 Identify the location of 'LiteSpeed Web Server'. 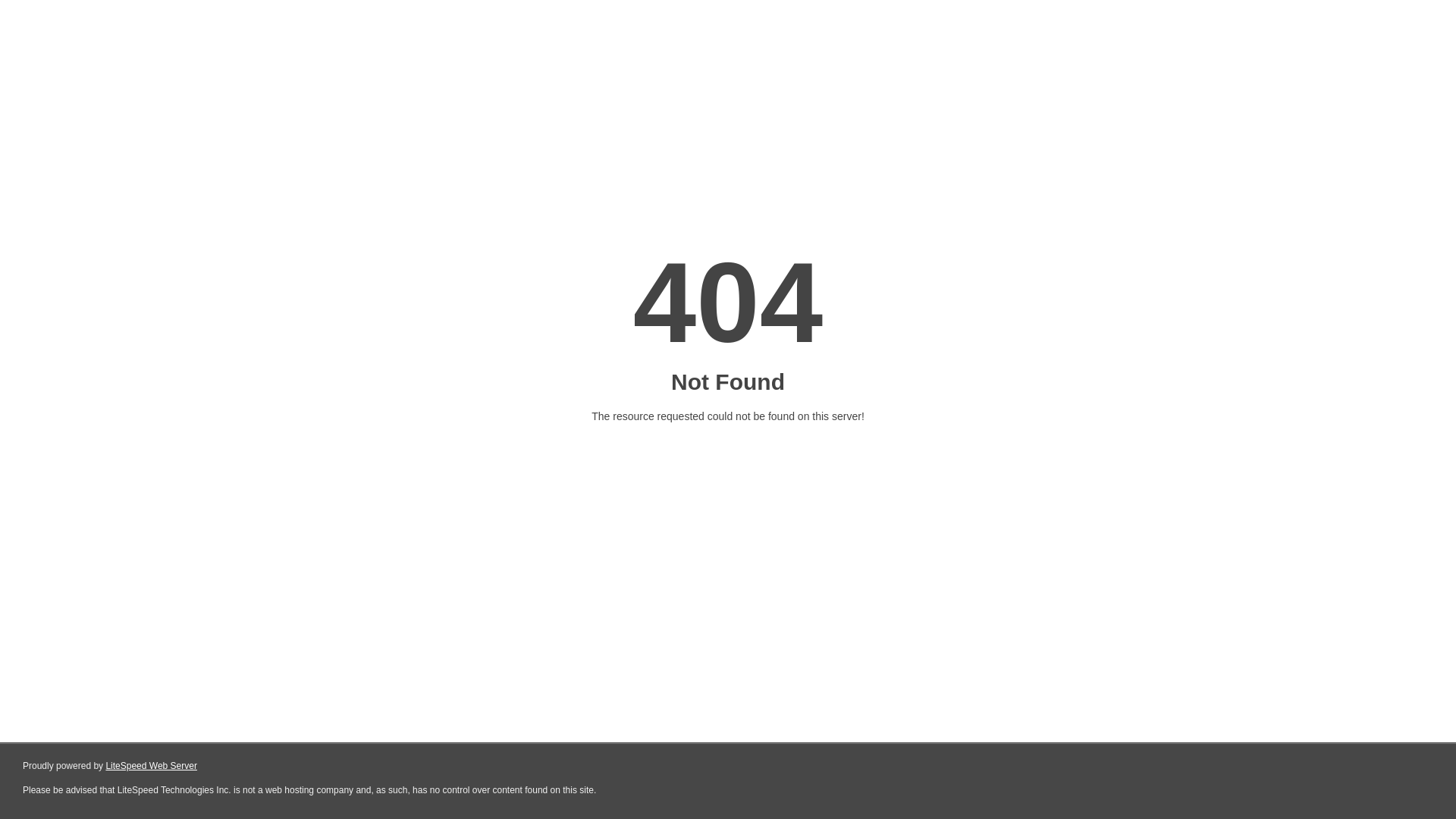
(151, 766).